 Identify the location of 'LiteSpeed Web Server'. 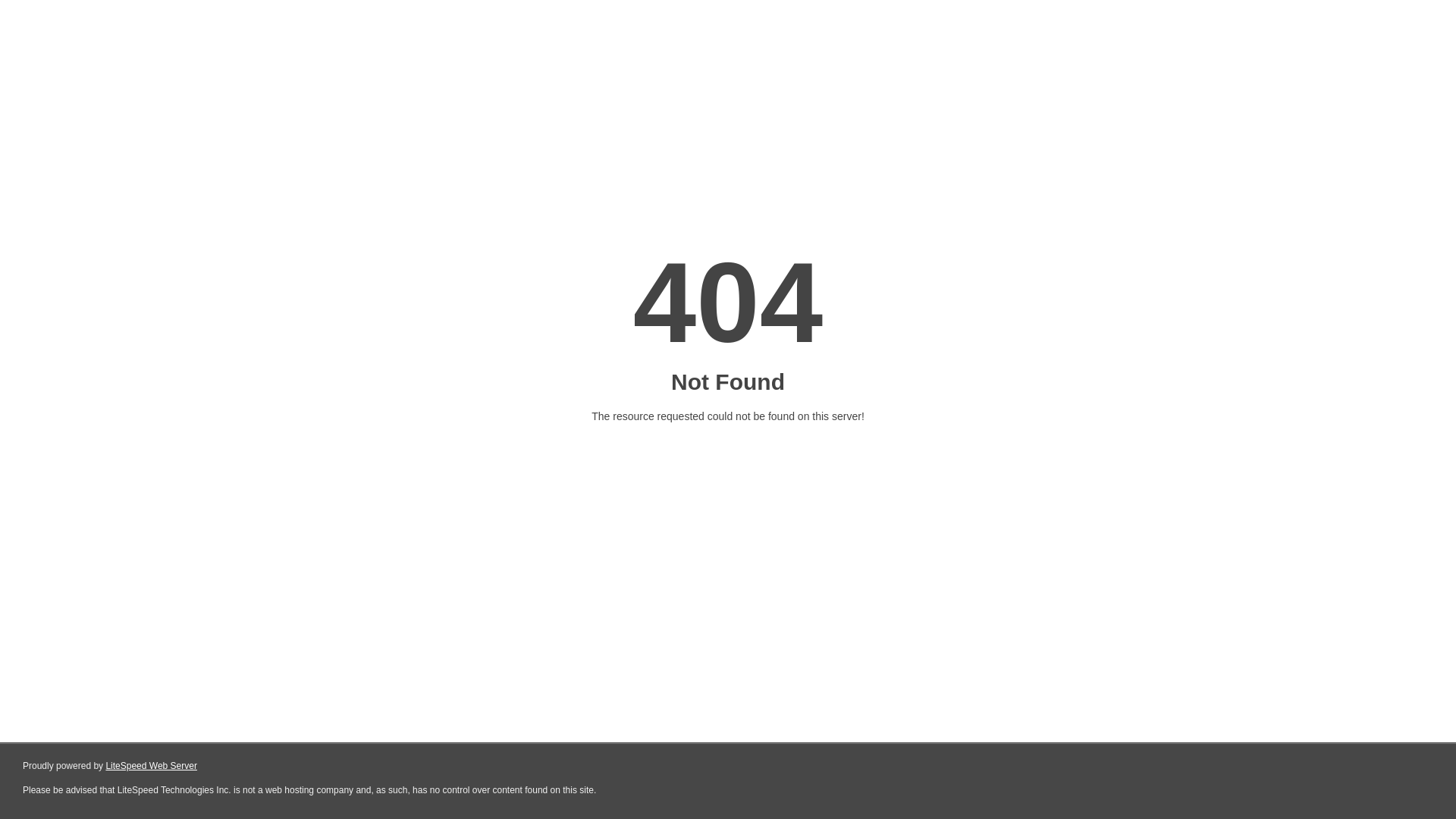
(151, 766).